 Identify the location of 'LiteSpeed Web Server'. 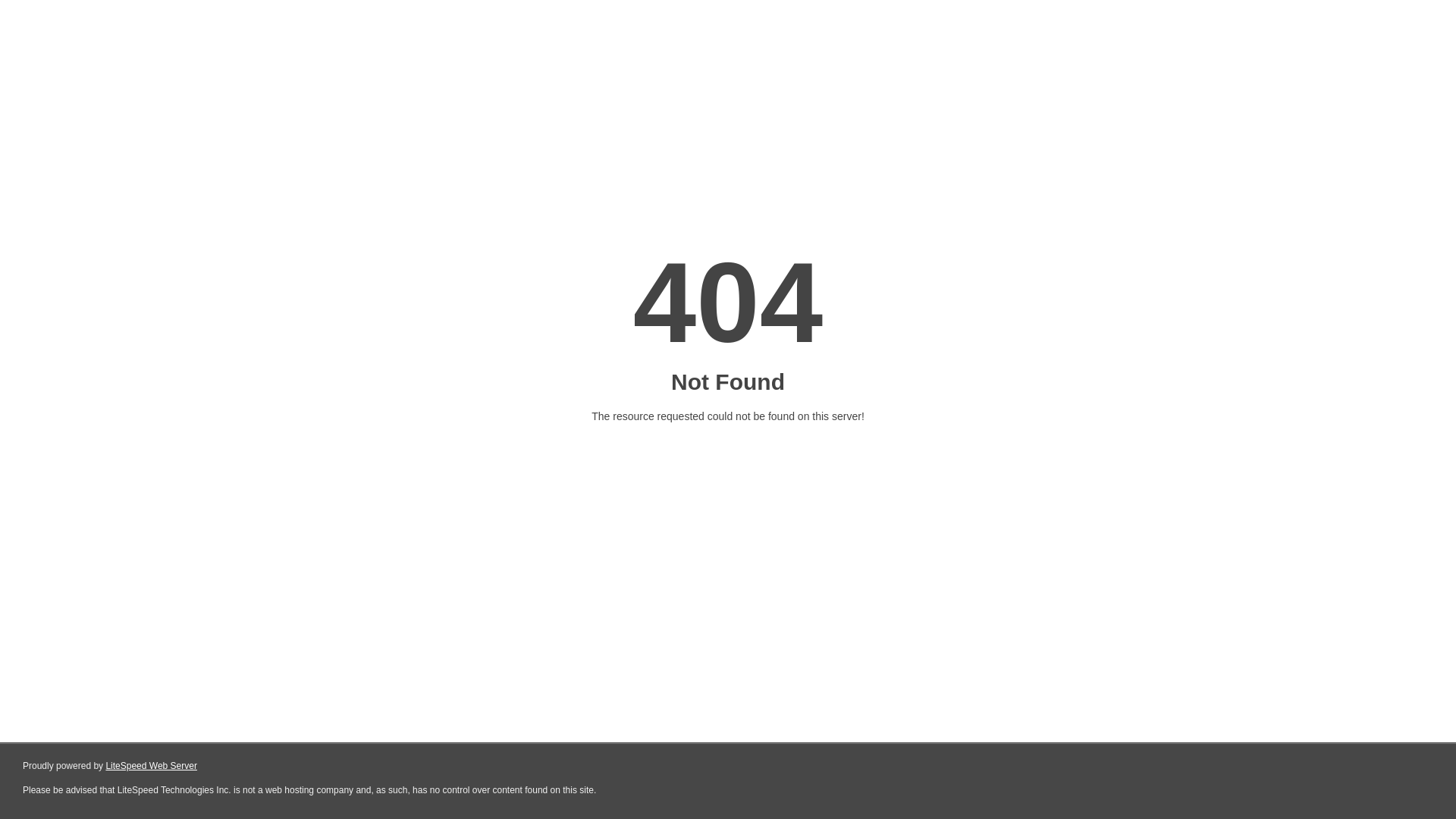
(151, 766).